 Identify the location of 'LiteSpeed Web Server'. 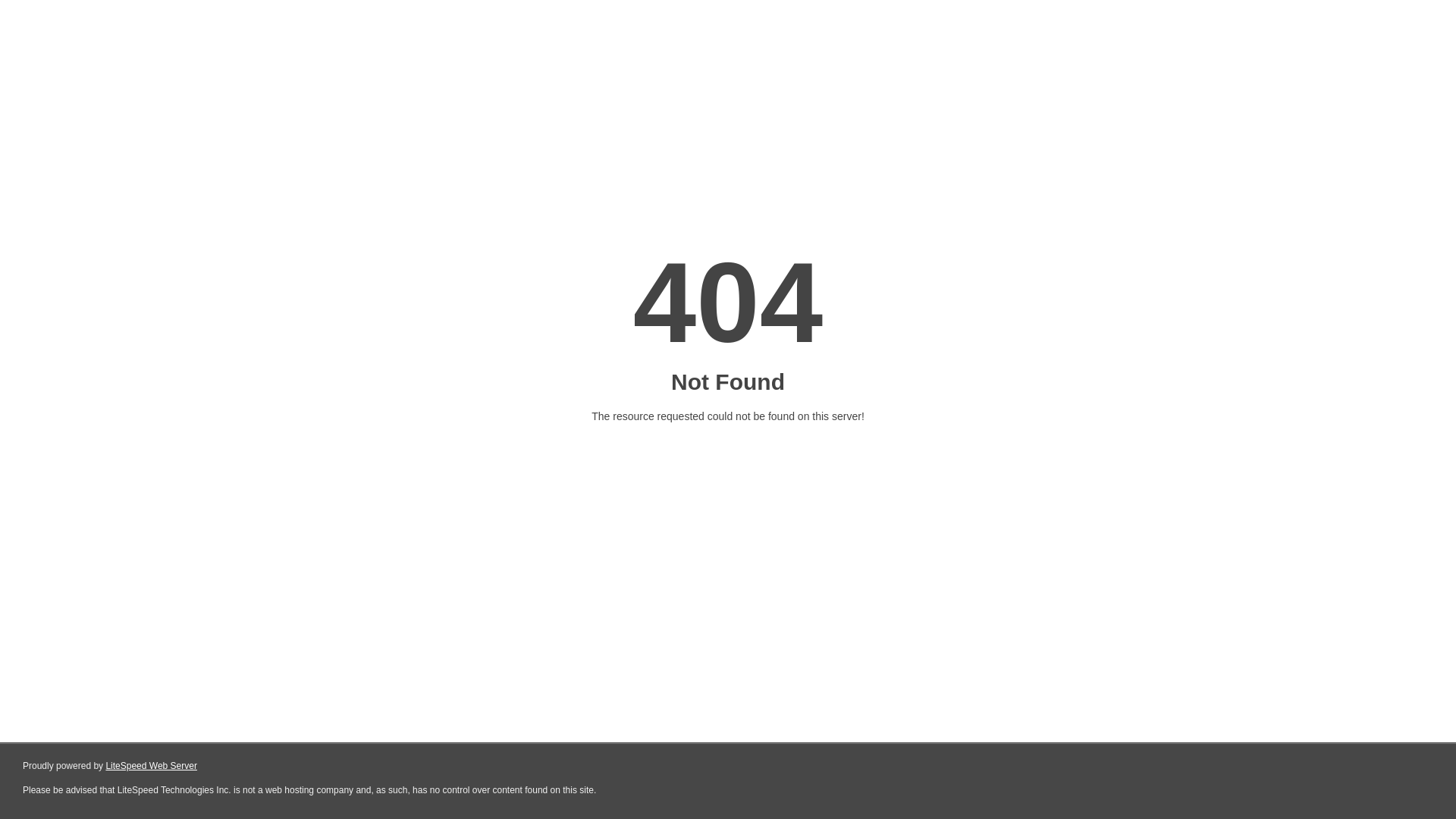
(151, 766).